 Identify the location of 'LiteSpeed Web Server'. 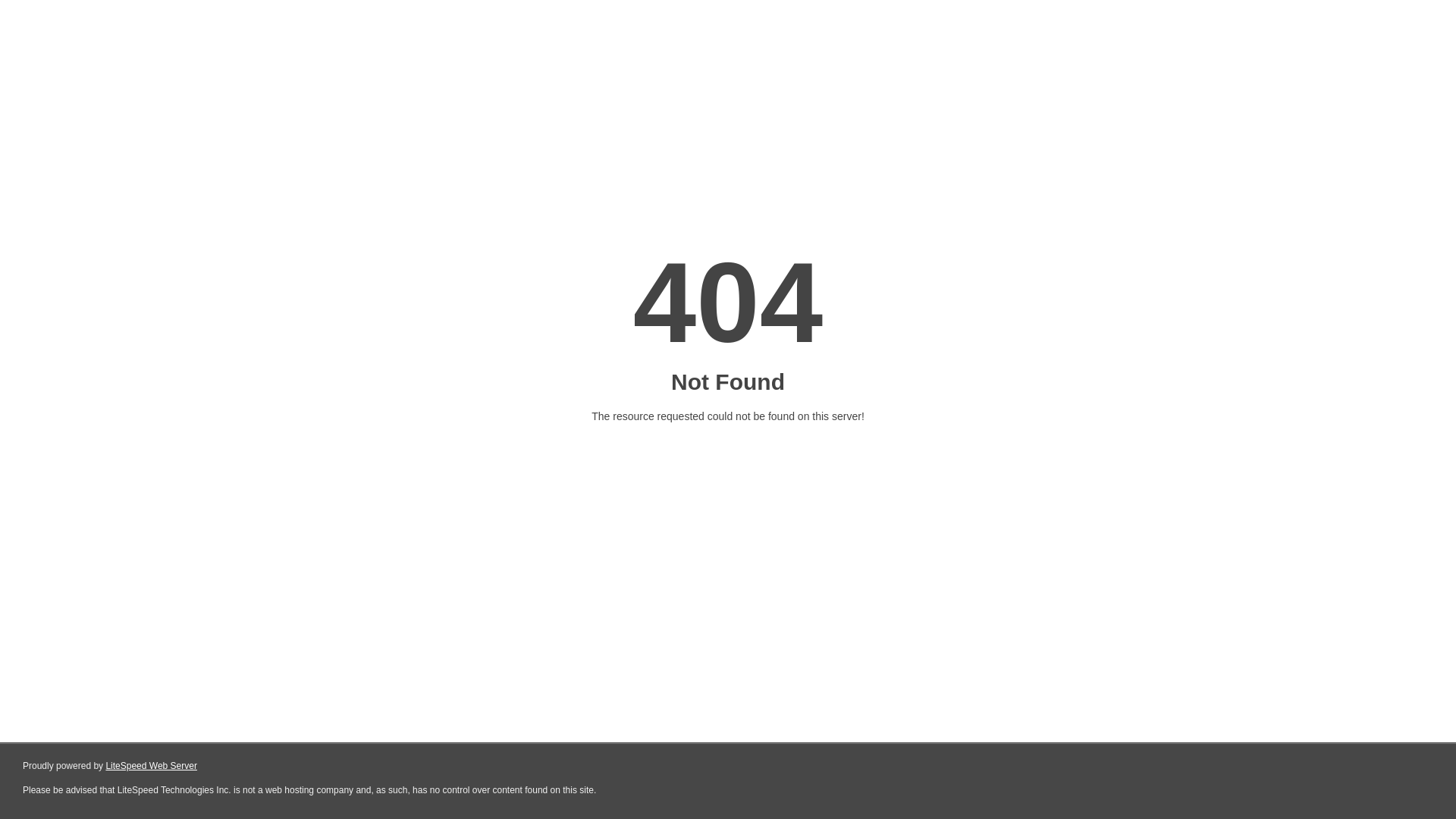
(151, 766).